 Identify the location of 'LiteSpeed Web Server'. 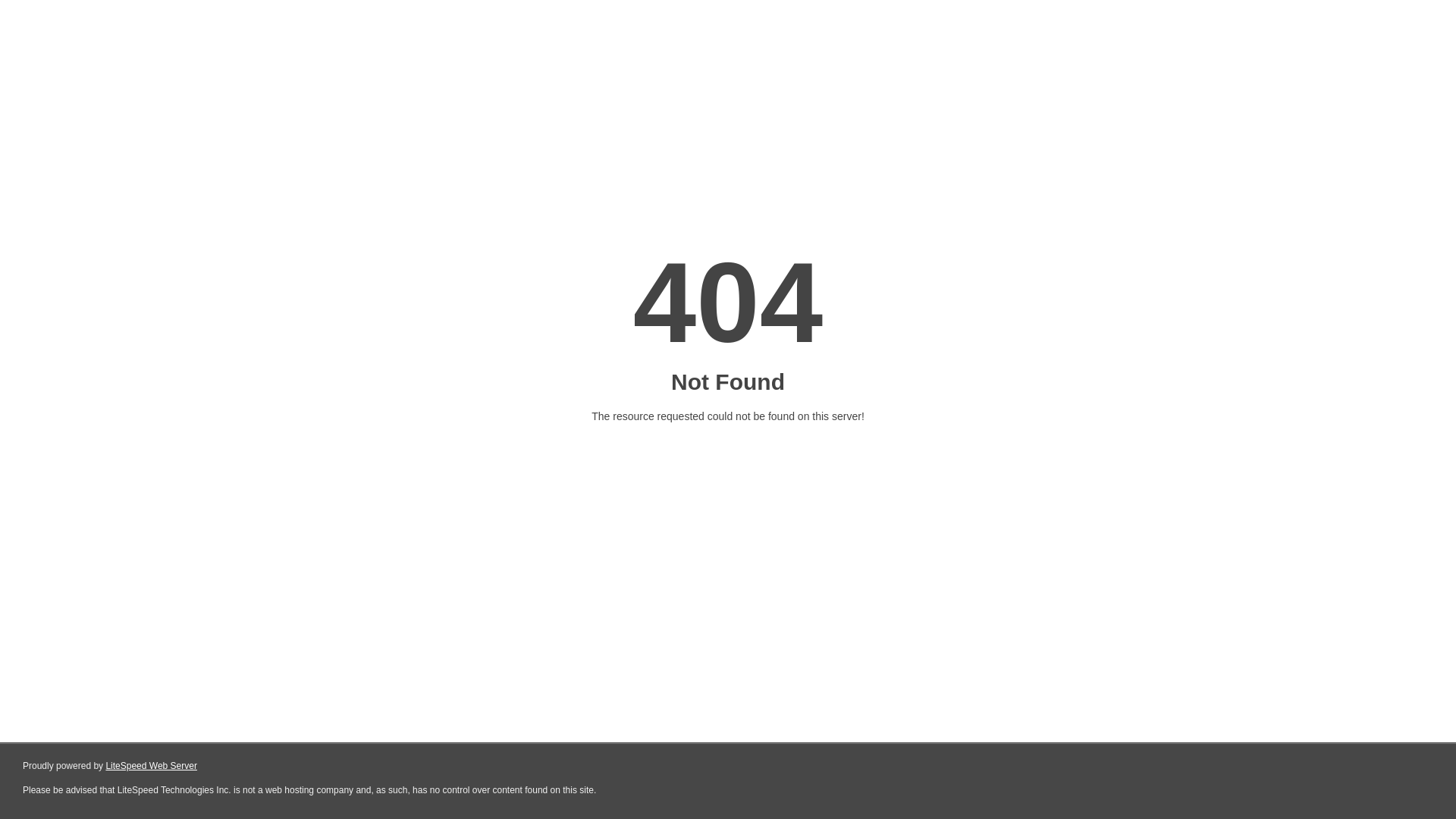
(151, 766).